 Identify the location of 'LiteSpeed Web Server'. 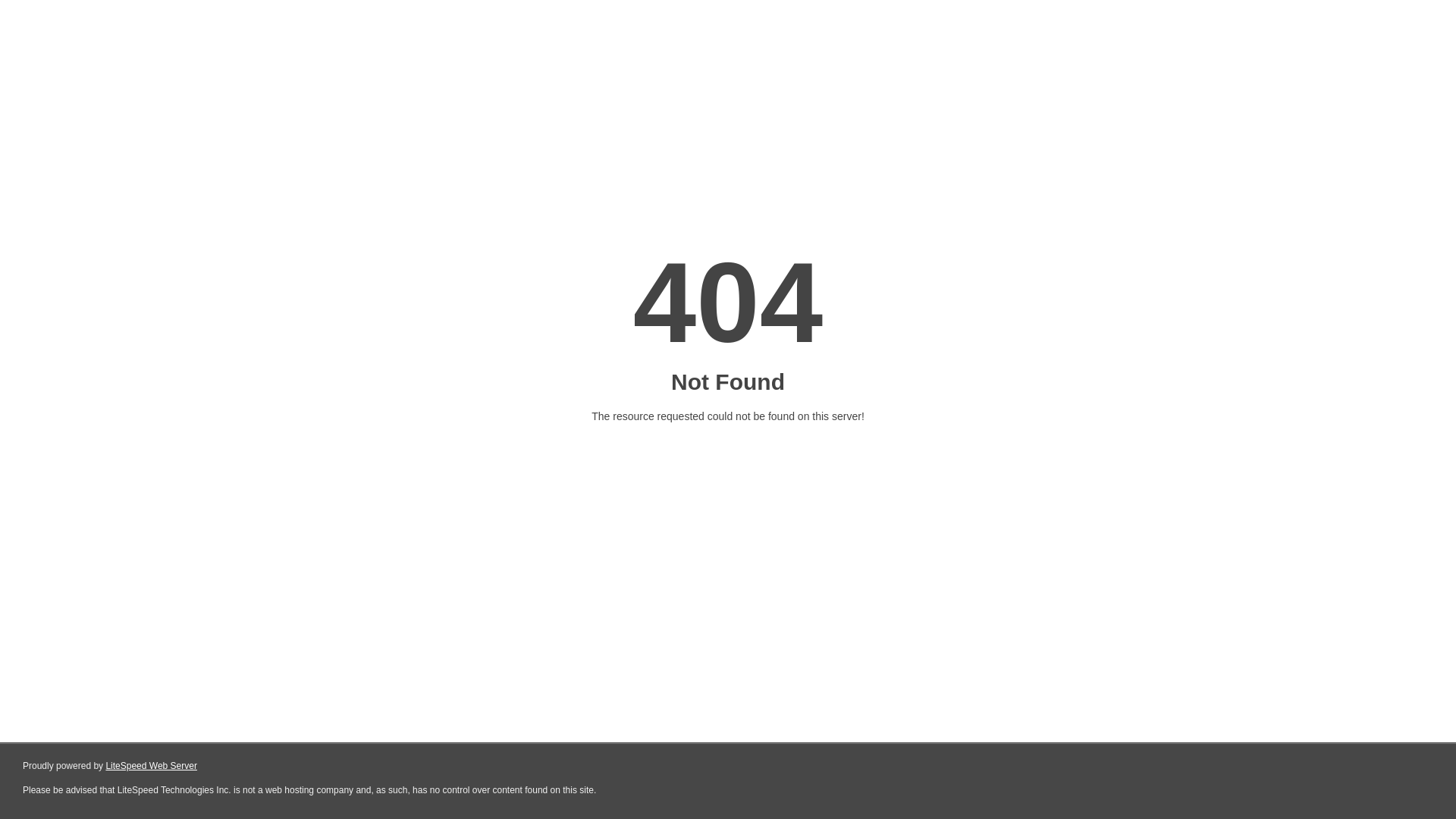
(151, 766).